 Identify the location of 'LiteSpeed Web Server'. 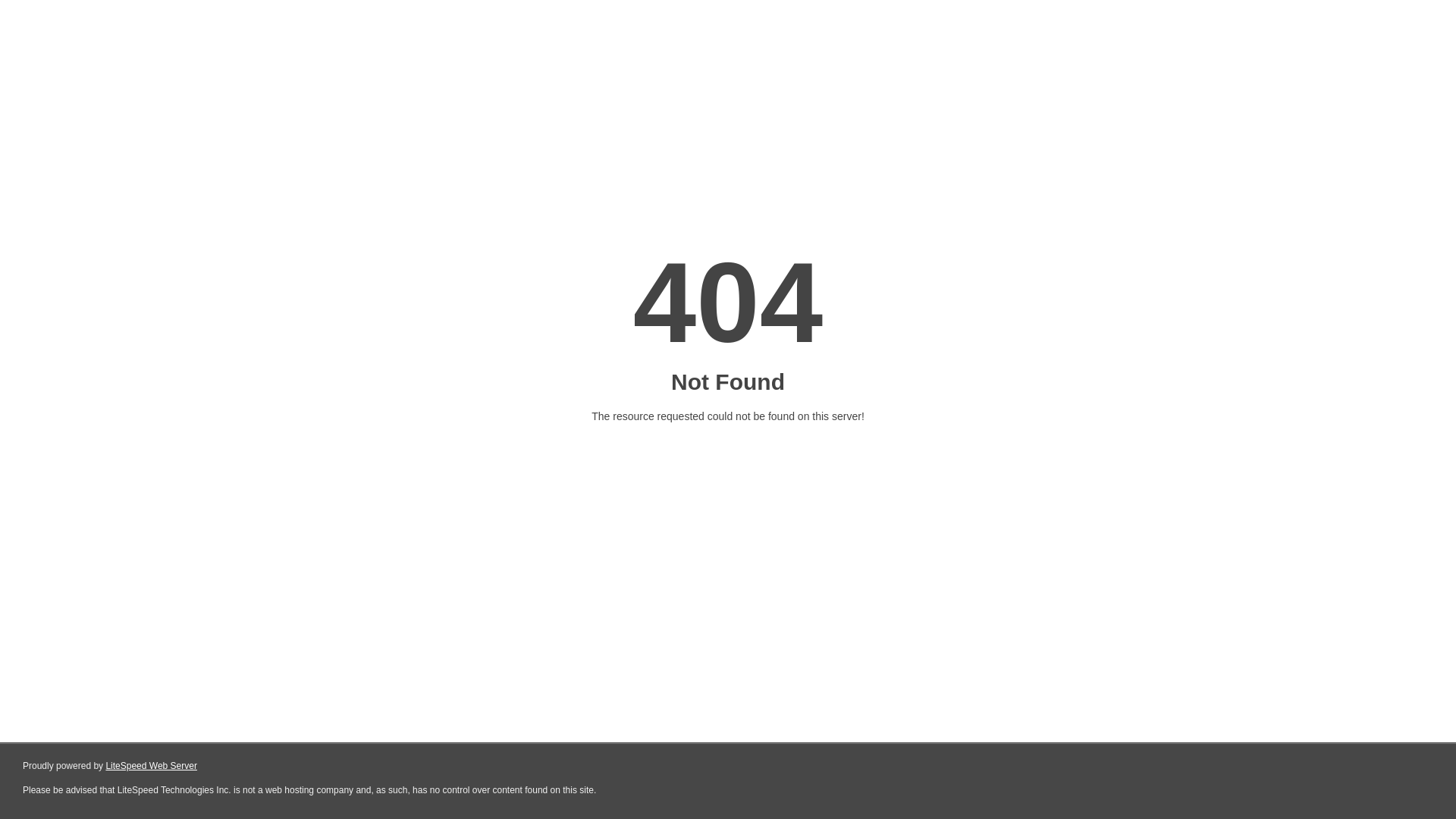
(151, 766).